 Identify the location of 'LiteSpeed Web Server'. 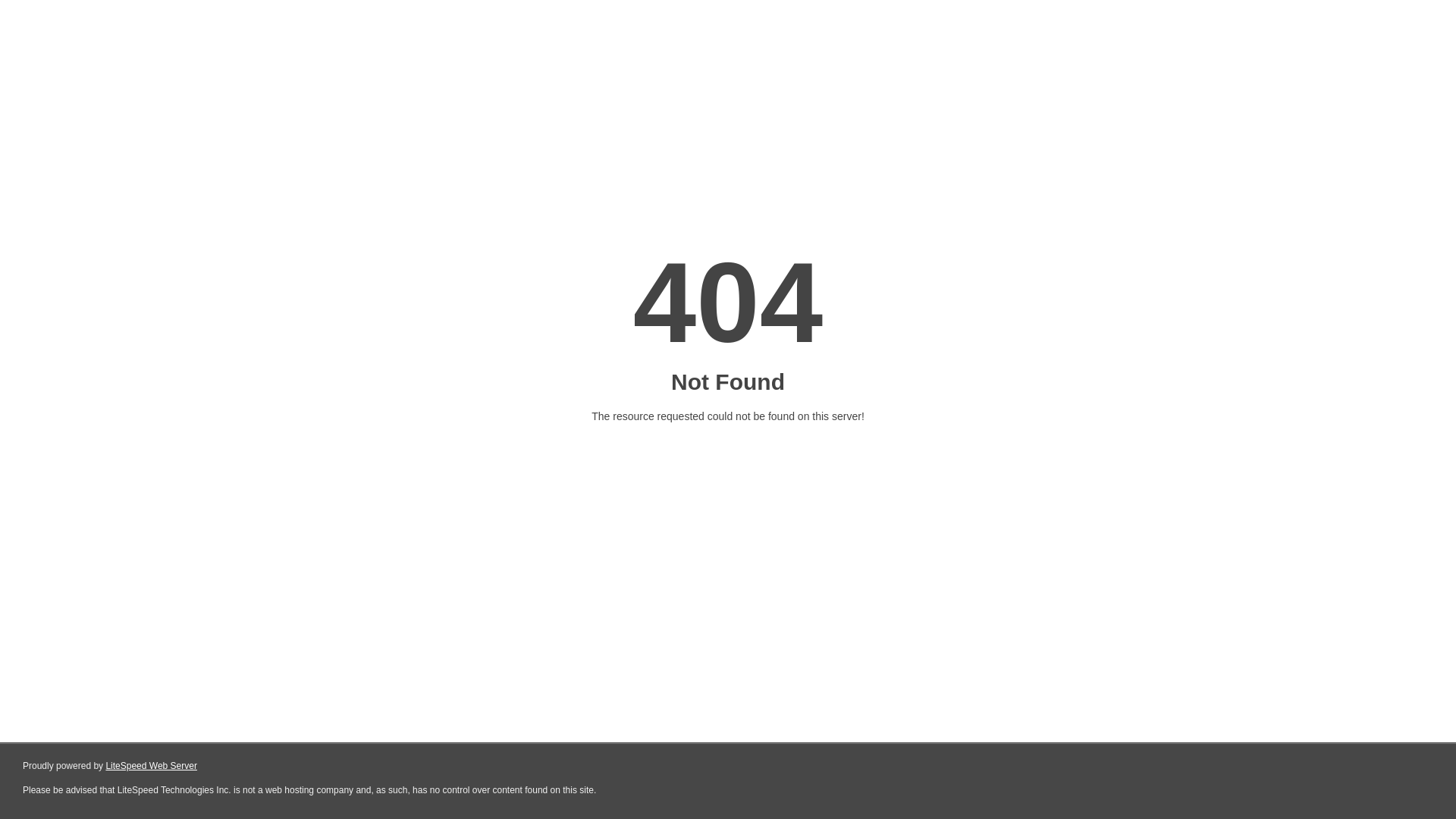
(151, 766).